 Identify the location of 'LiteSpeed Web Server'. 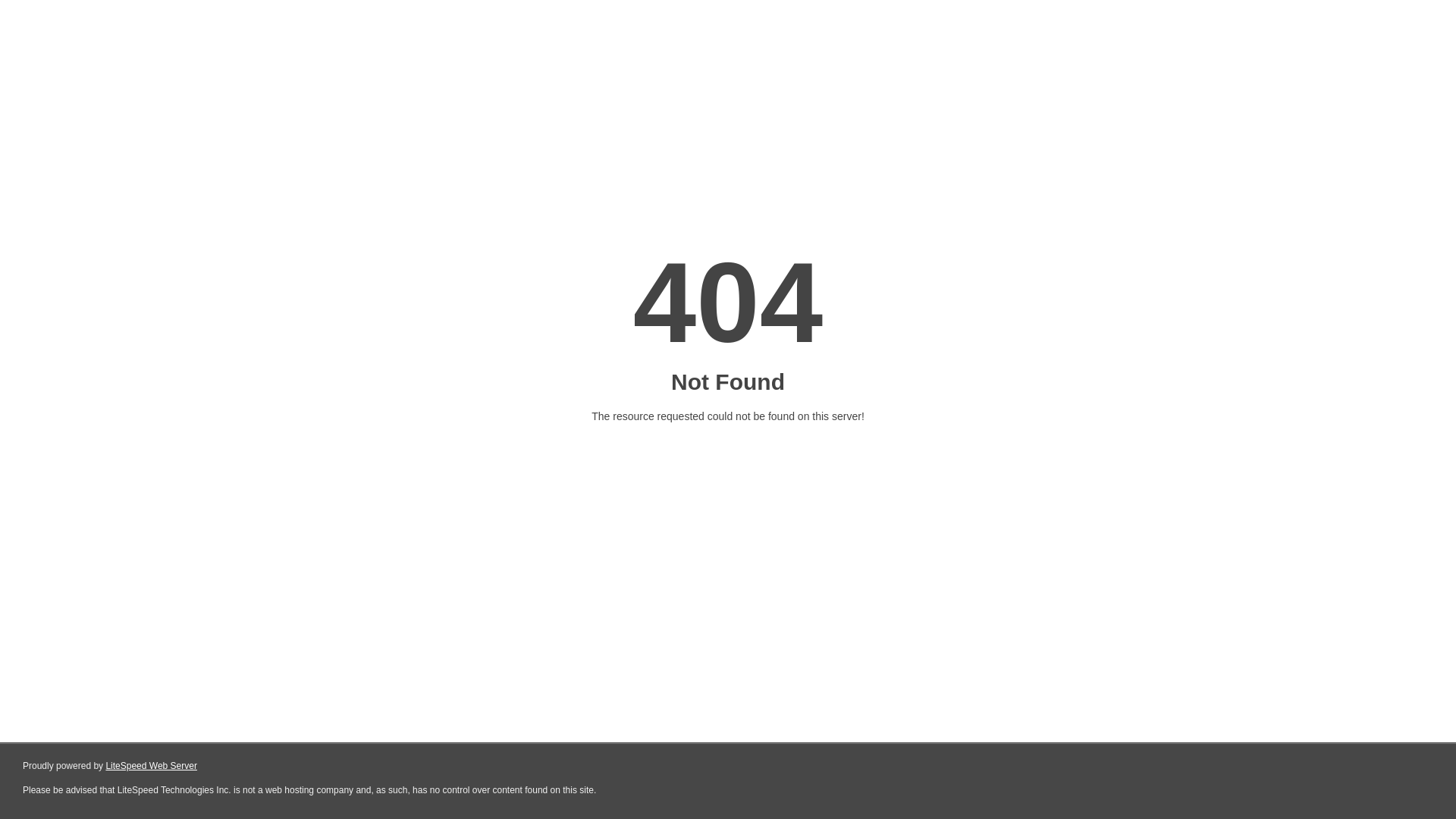
(151, 766).